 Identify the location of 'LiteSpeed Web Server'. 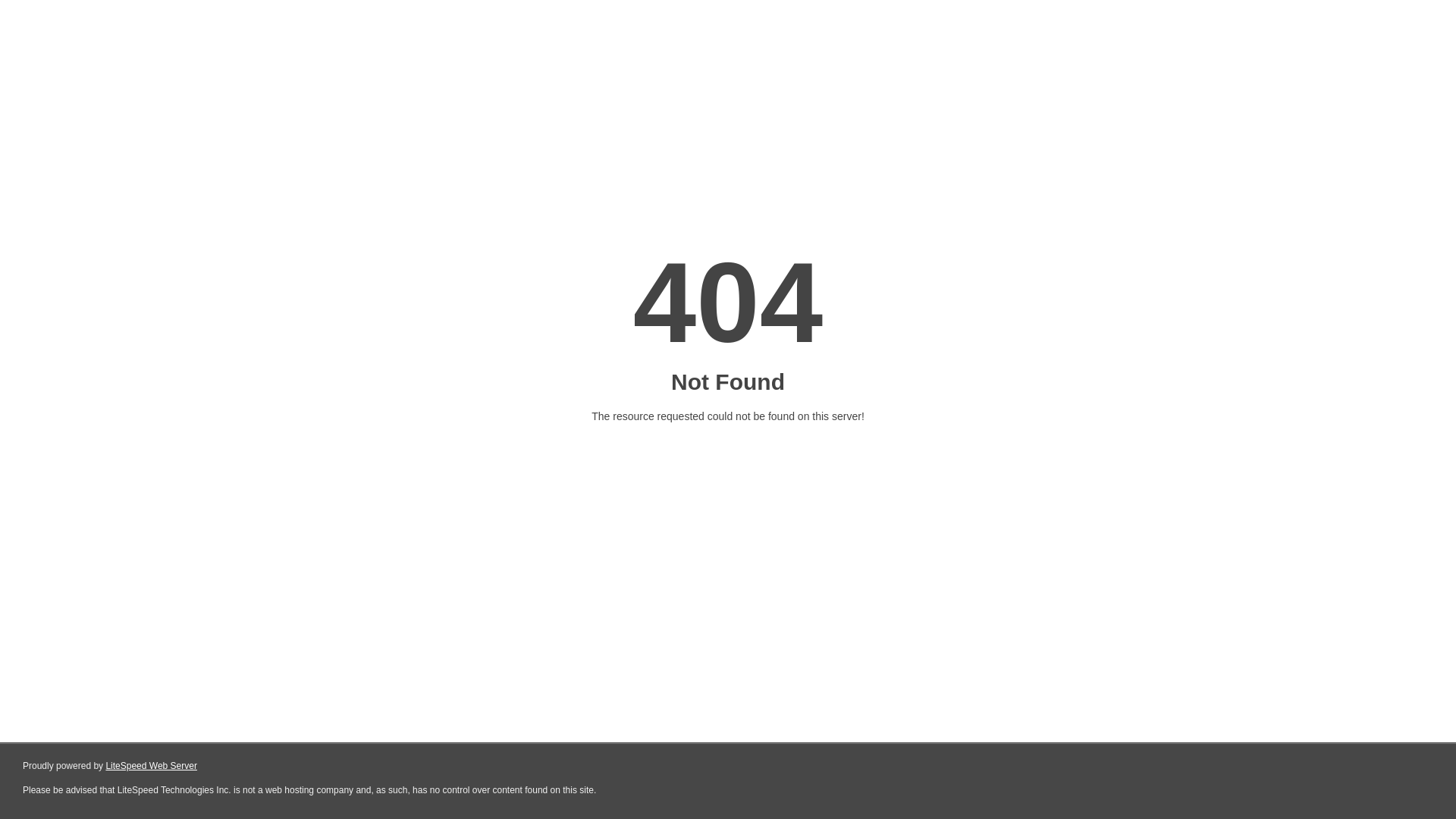
(151, 766).